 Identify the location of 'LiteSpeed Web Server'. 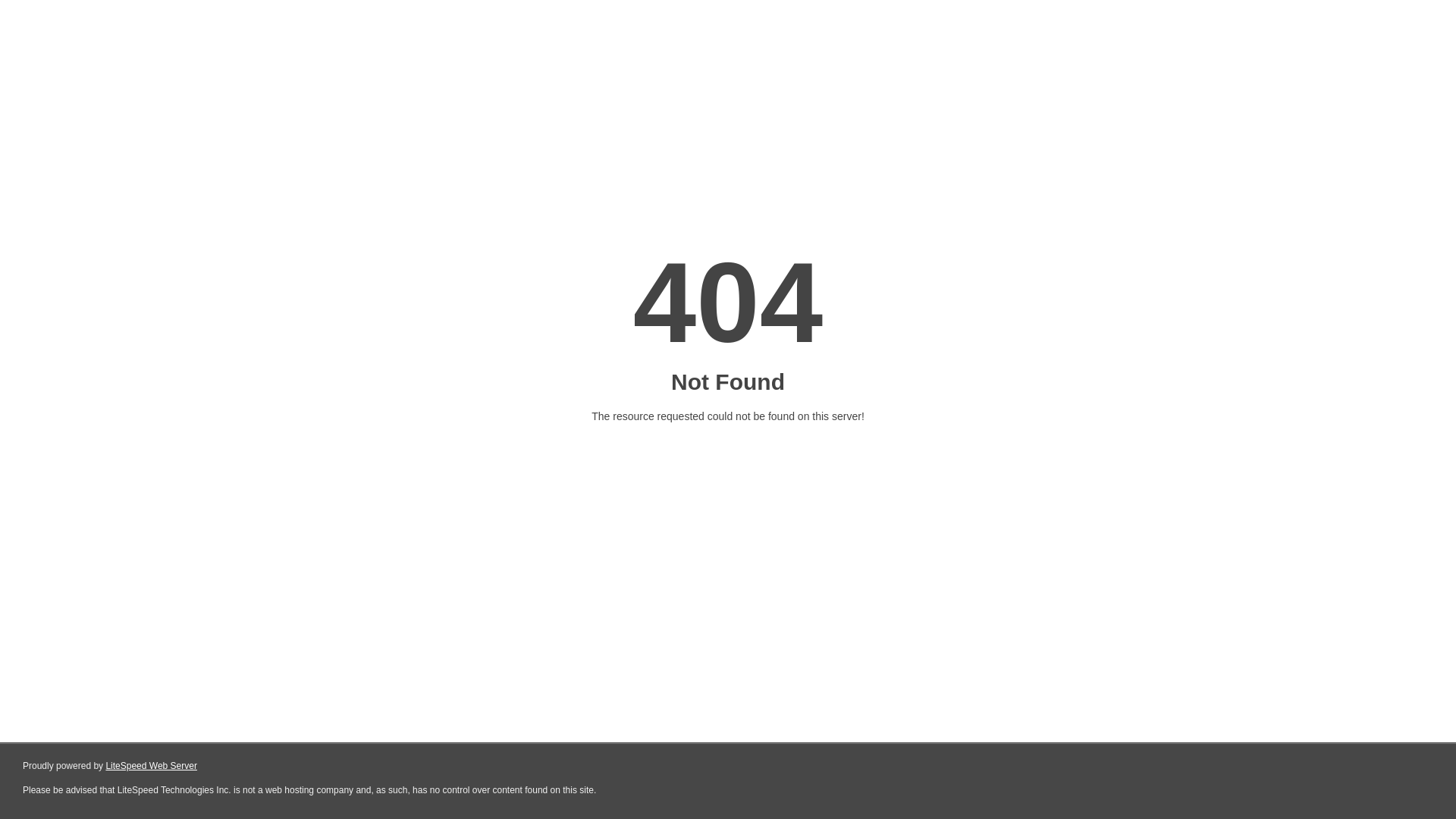
(151, 766).